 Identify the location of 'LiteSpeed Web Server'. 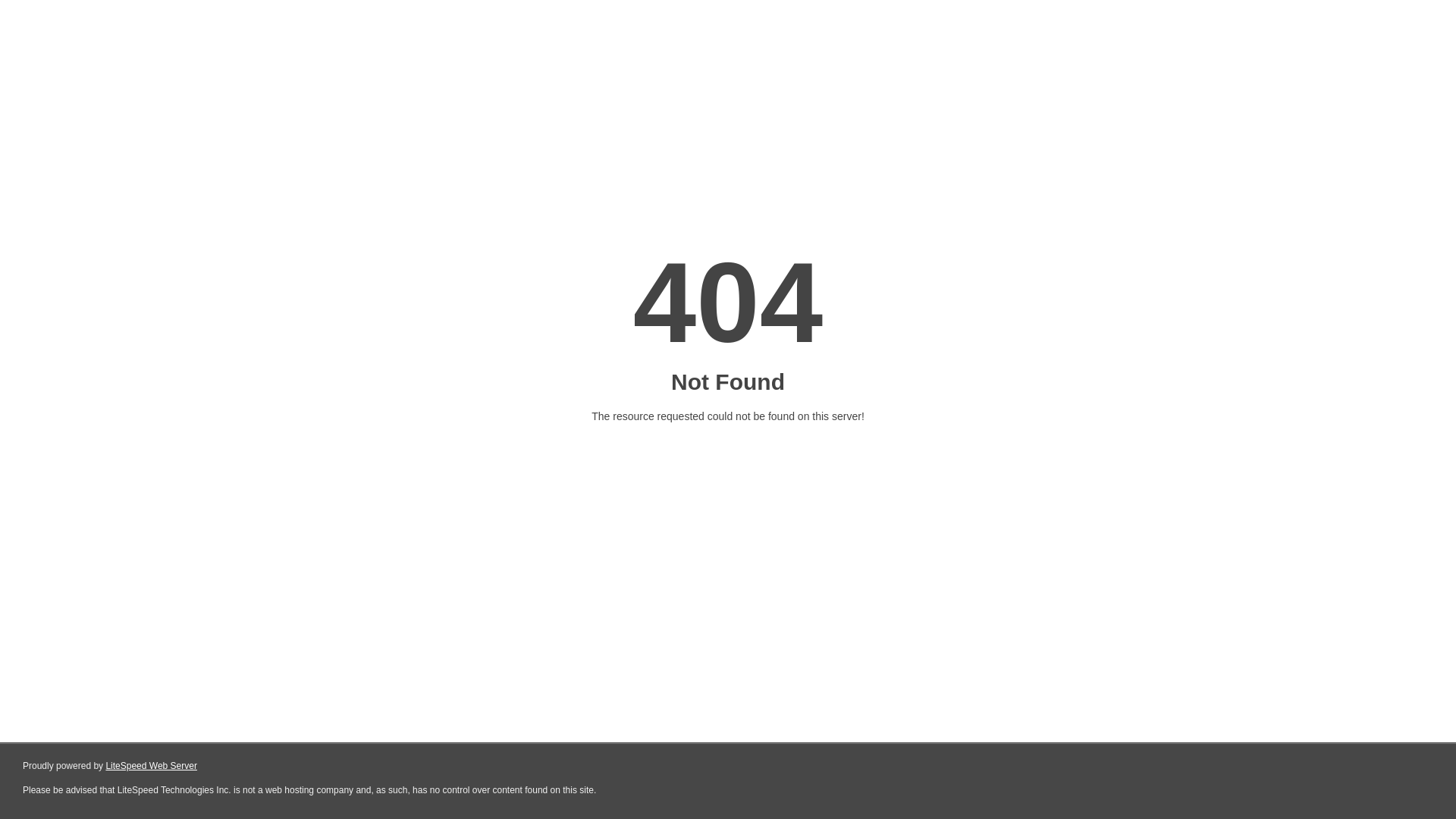
(151, 766).